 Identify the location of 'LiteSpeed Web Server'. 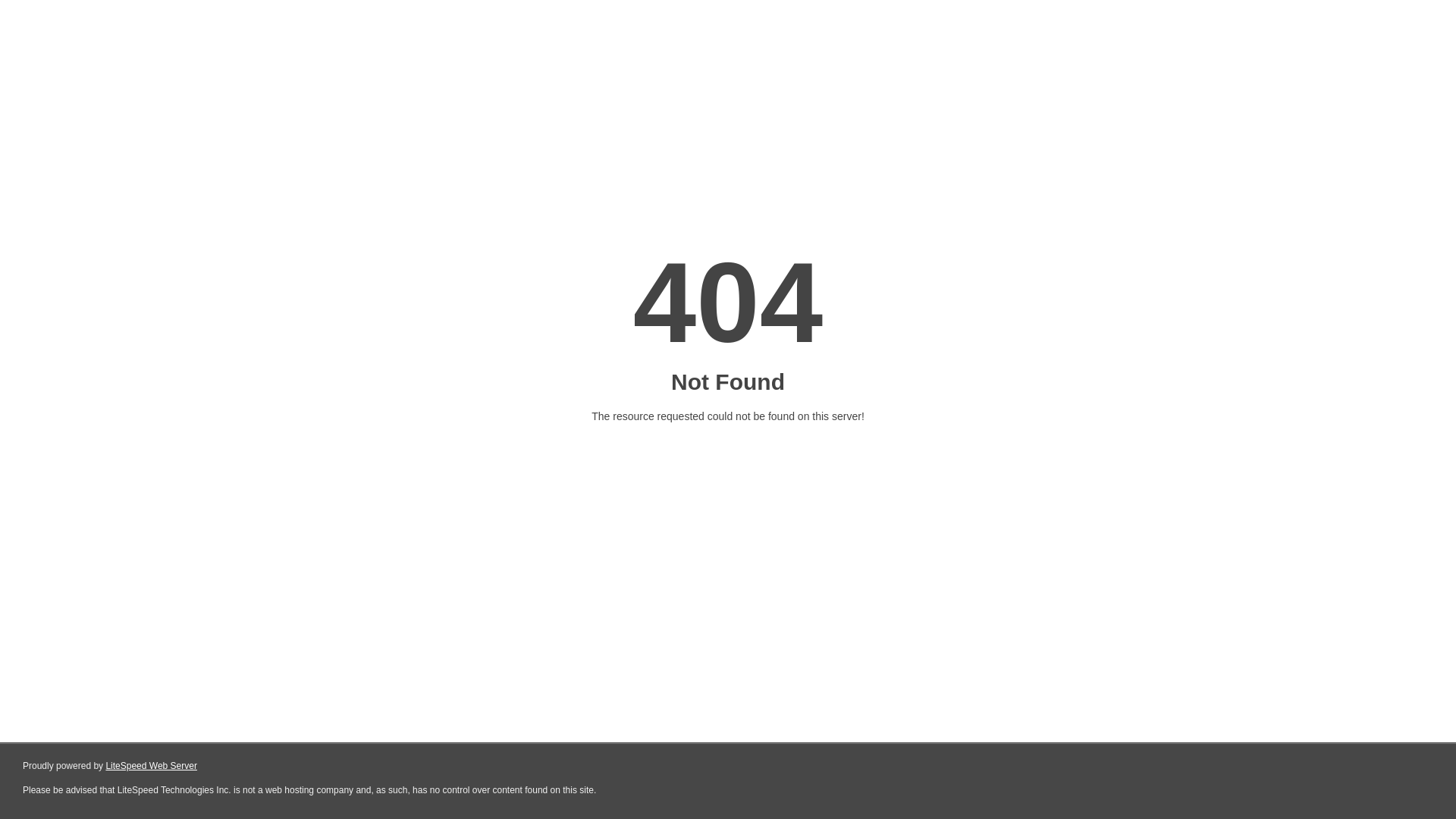
(151, 766).